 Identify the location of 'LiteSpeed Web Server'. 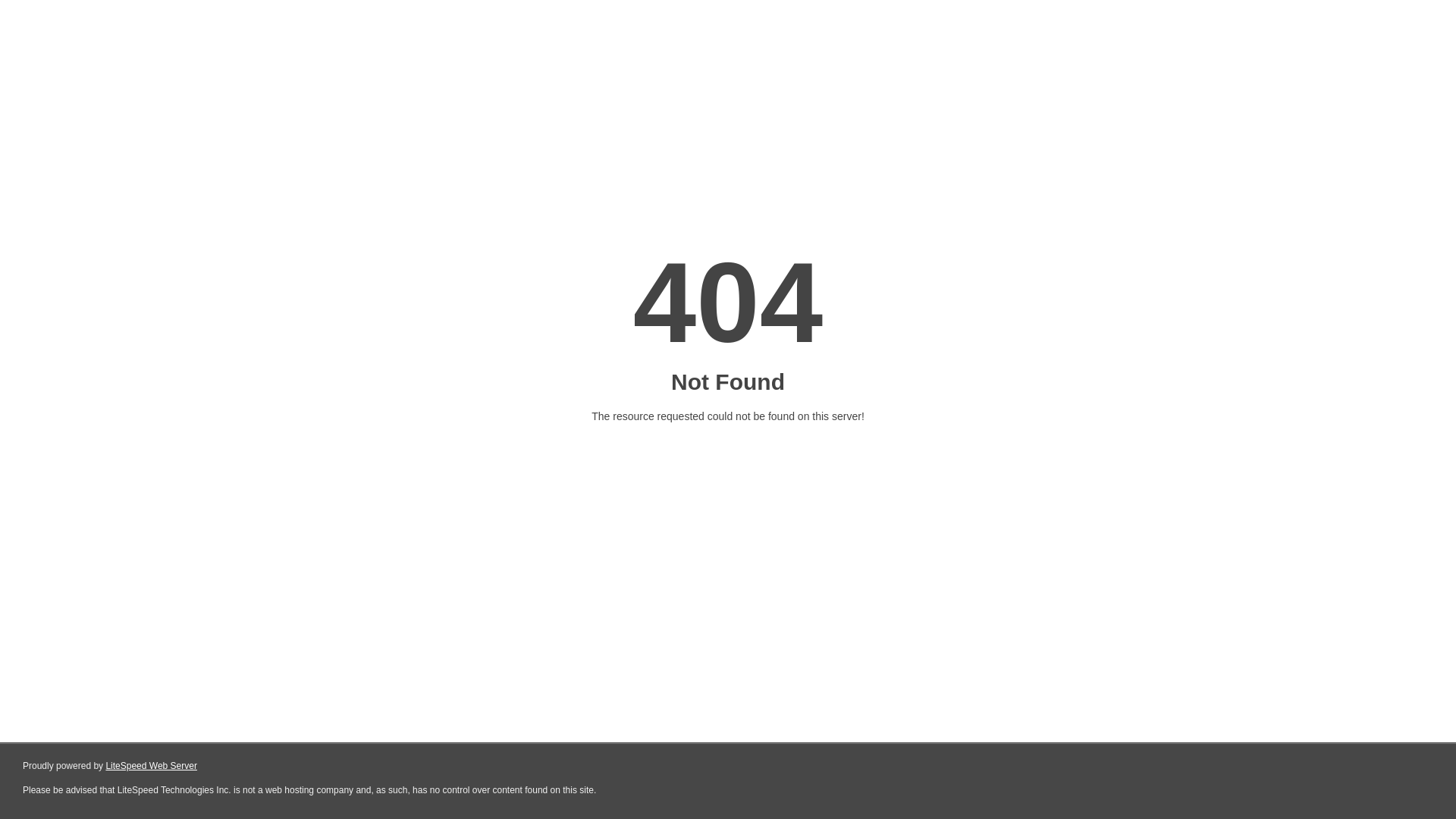
(151, 766).